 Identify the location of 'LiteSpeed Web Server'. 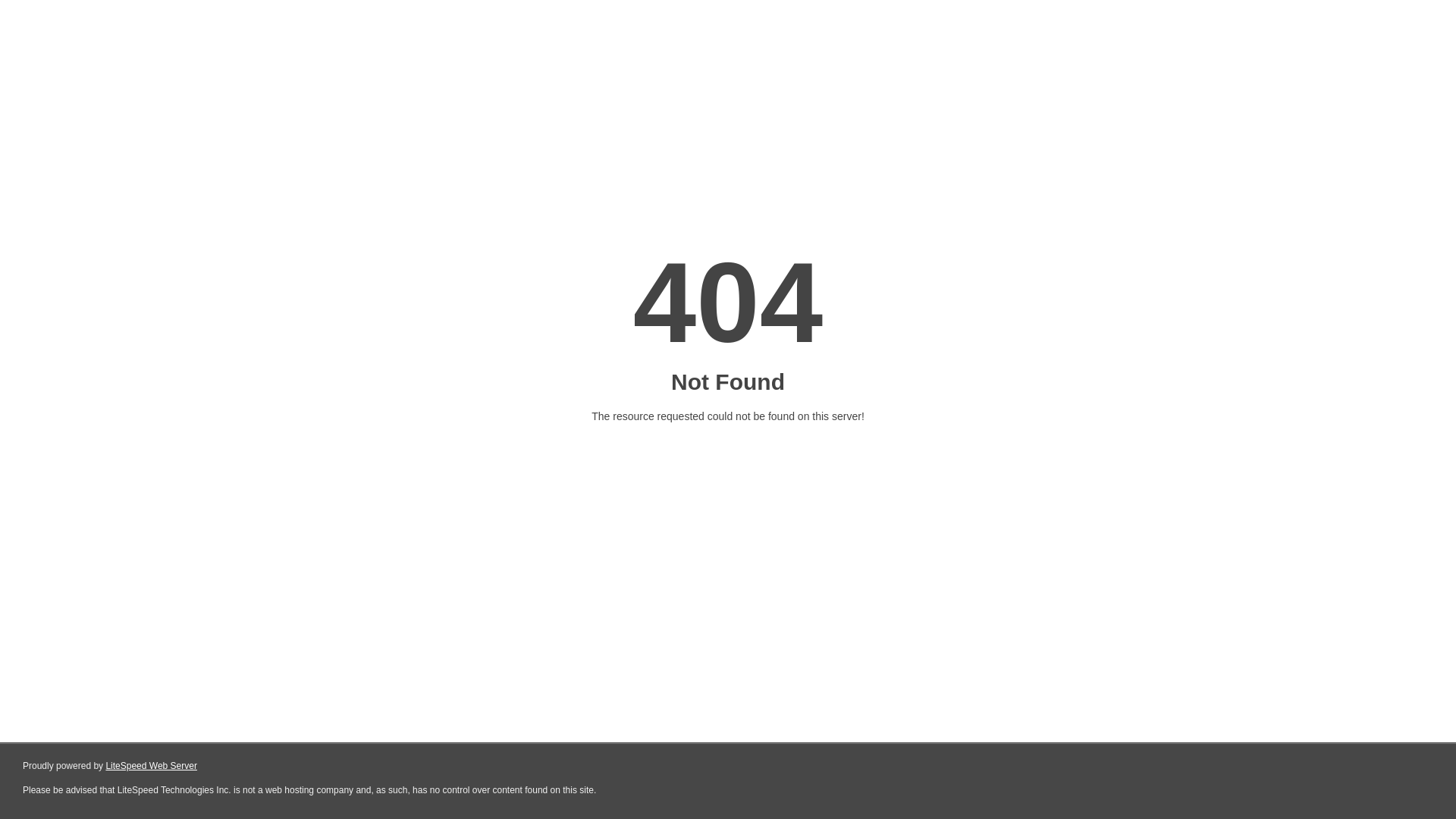
(151, 766).